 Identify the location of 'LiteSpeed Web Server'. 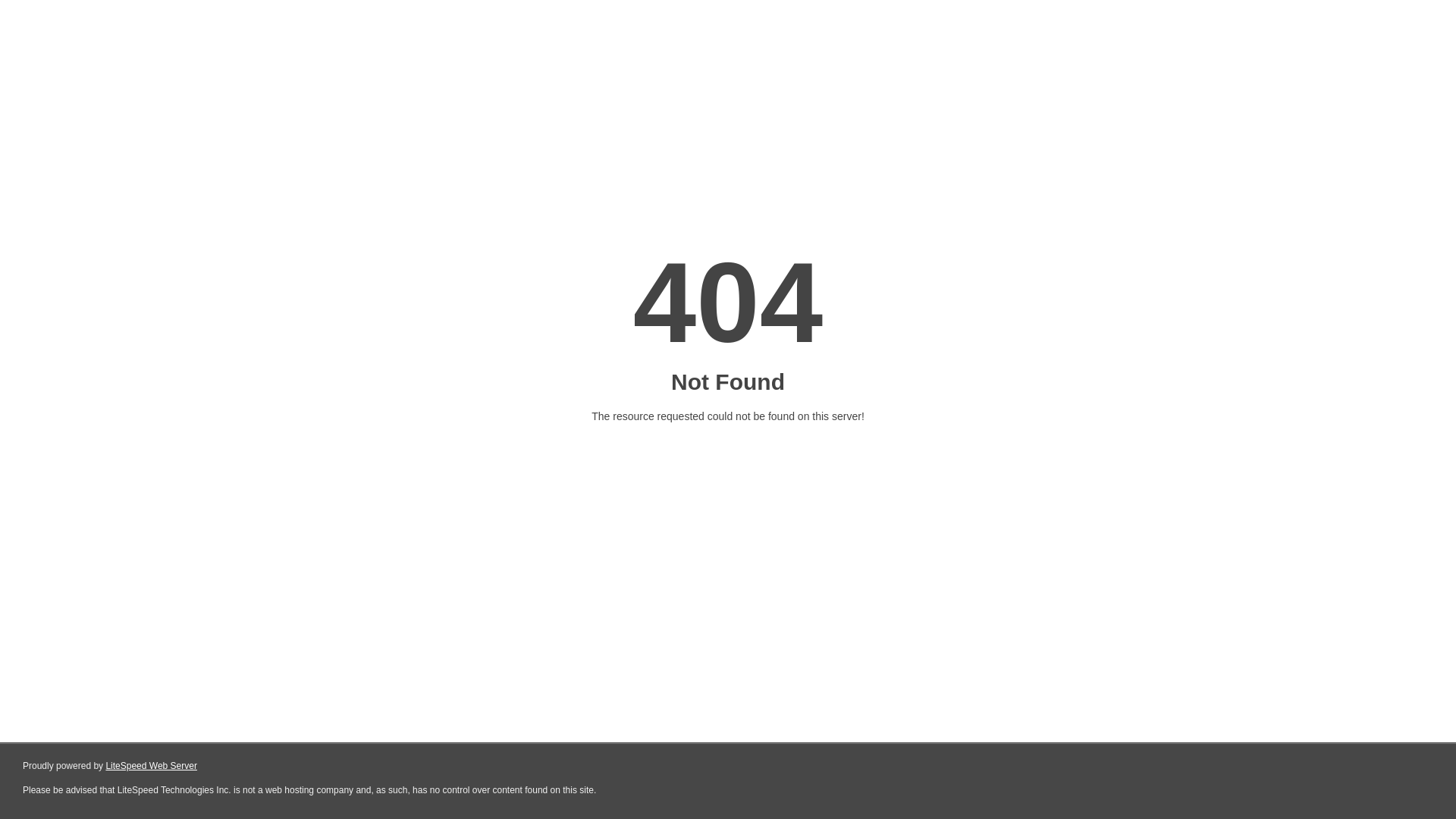
(151, 766).